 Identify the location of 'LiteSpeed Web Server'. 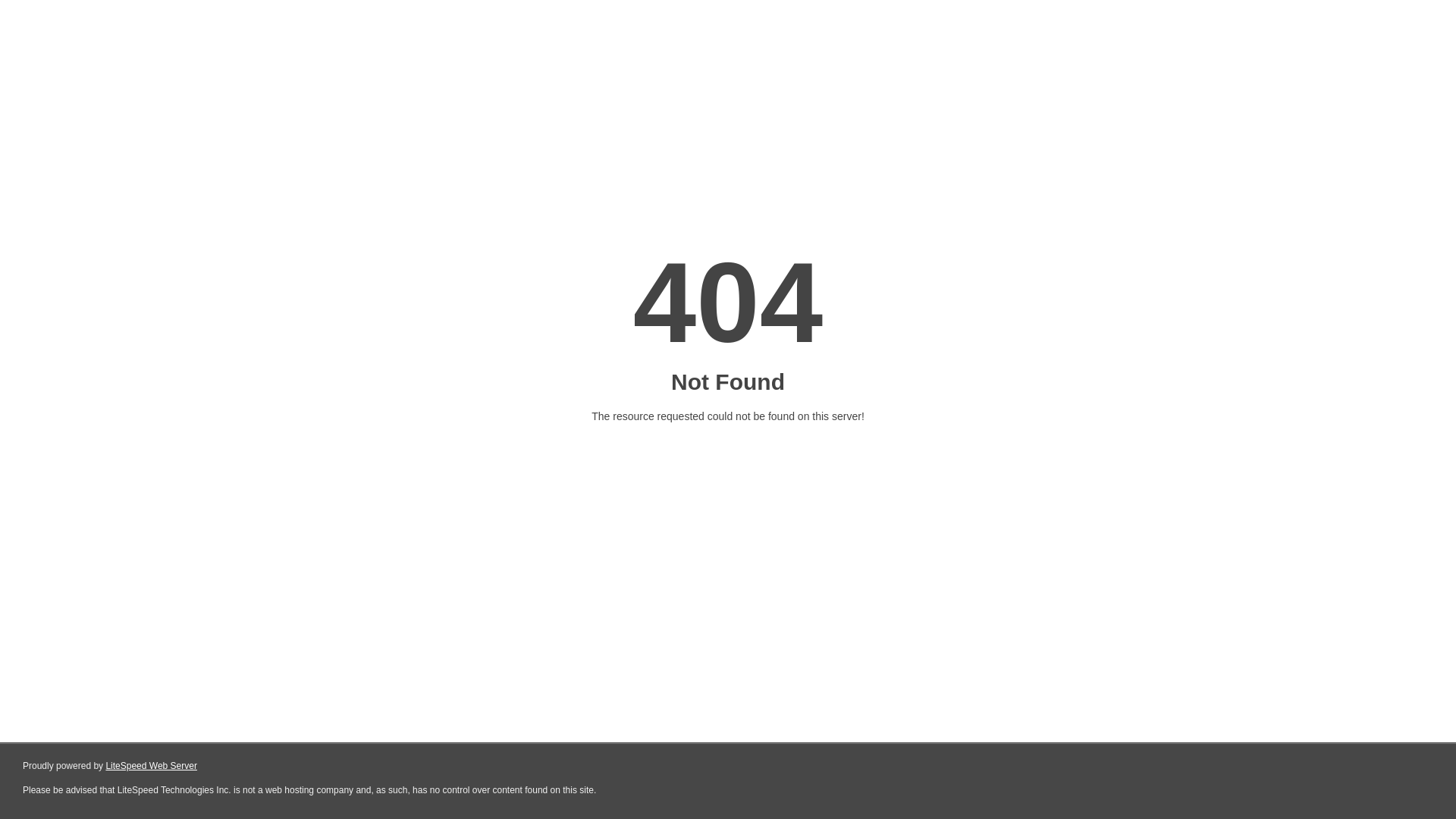
(151, 766).